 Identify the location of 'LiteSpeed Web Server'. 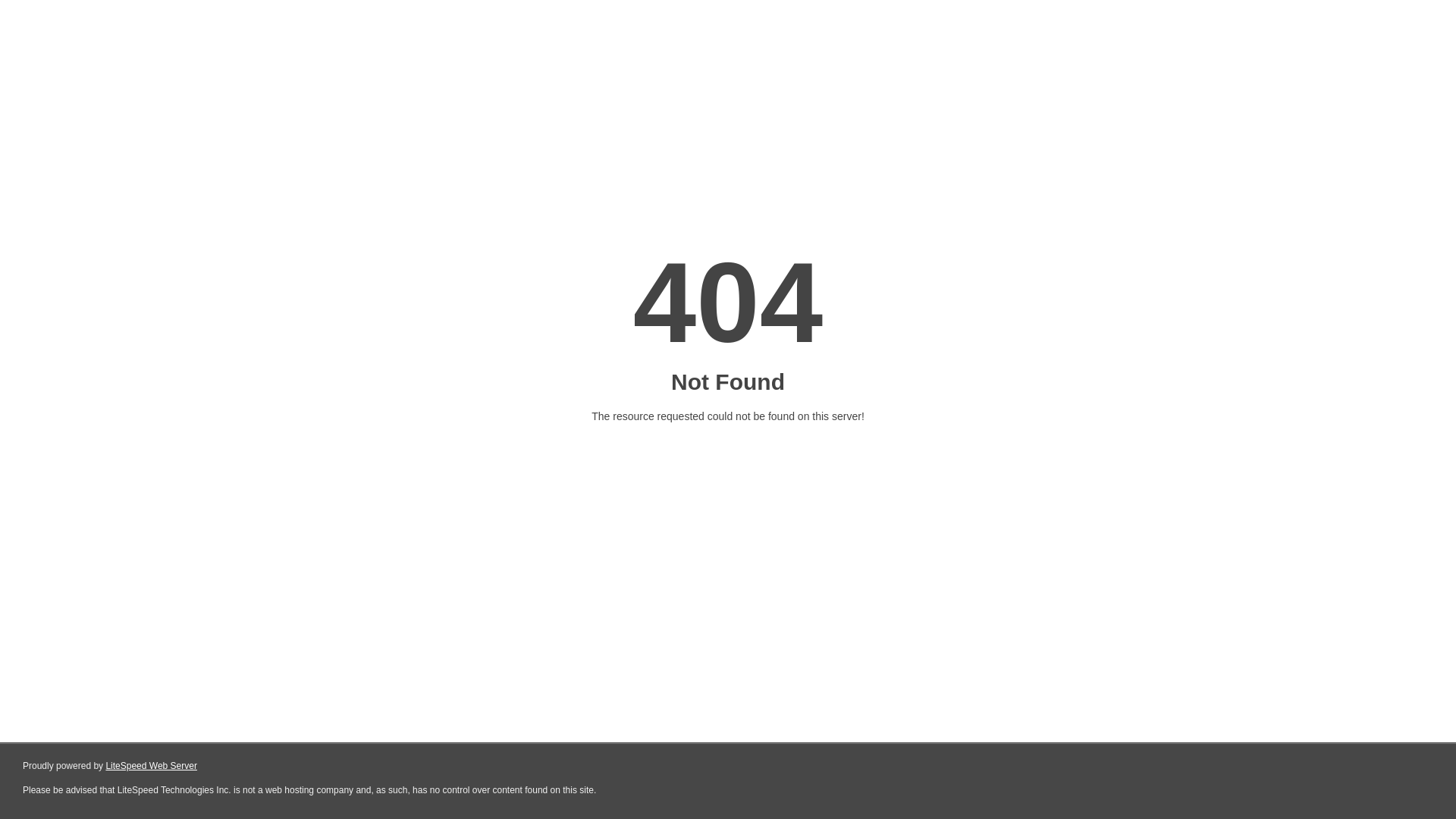
(151, 766).